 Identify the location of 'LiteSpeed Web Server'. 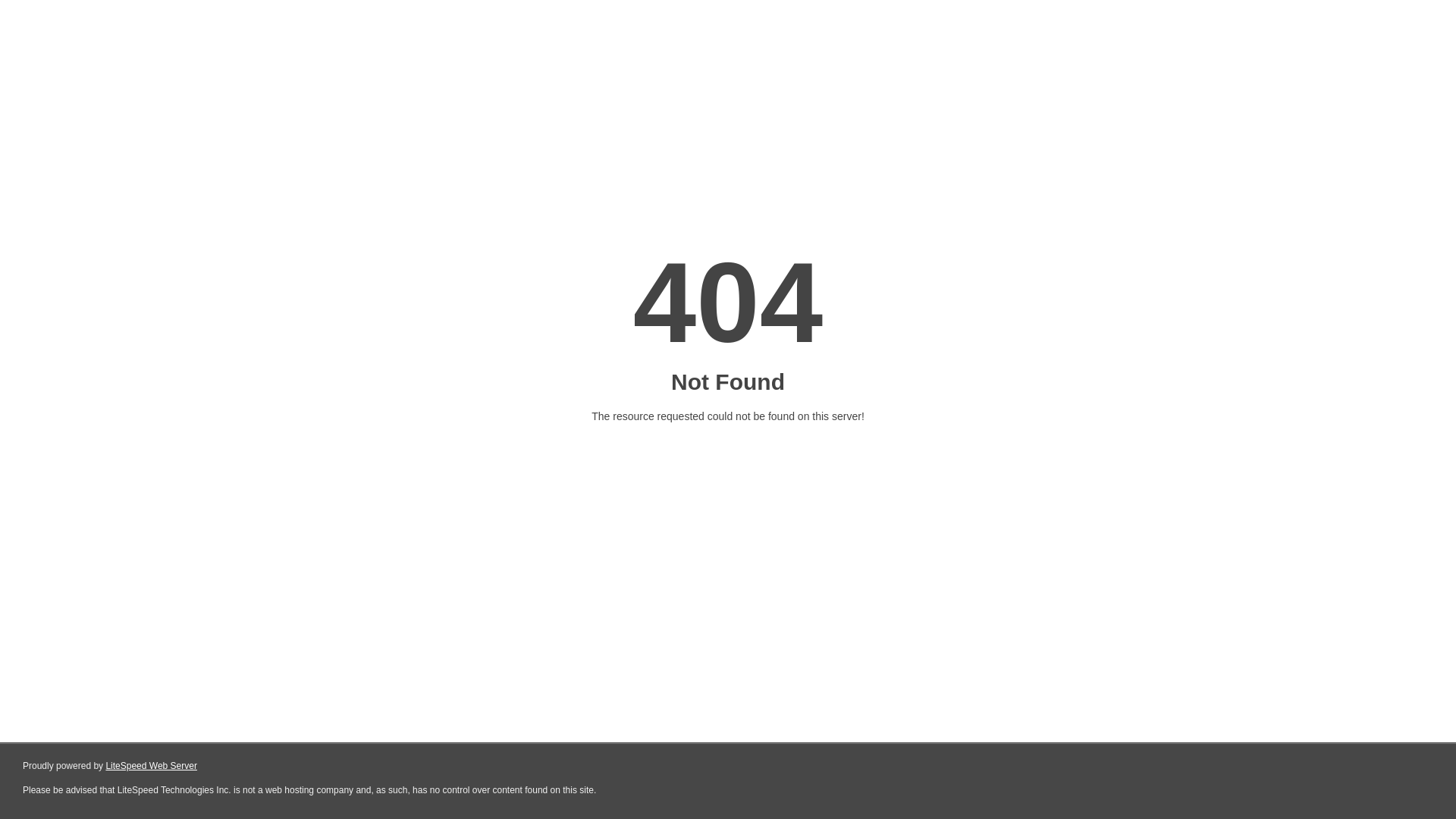
(151, 766).